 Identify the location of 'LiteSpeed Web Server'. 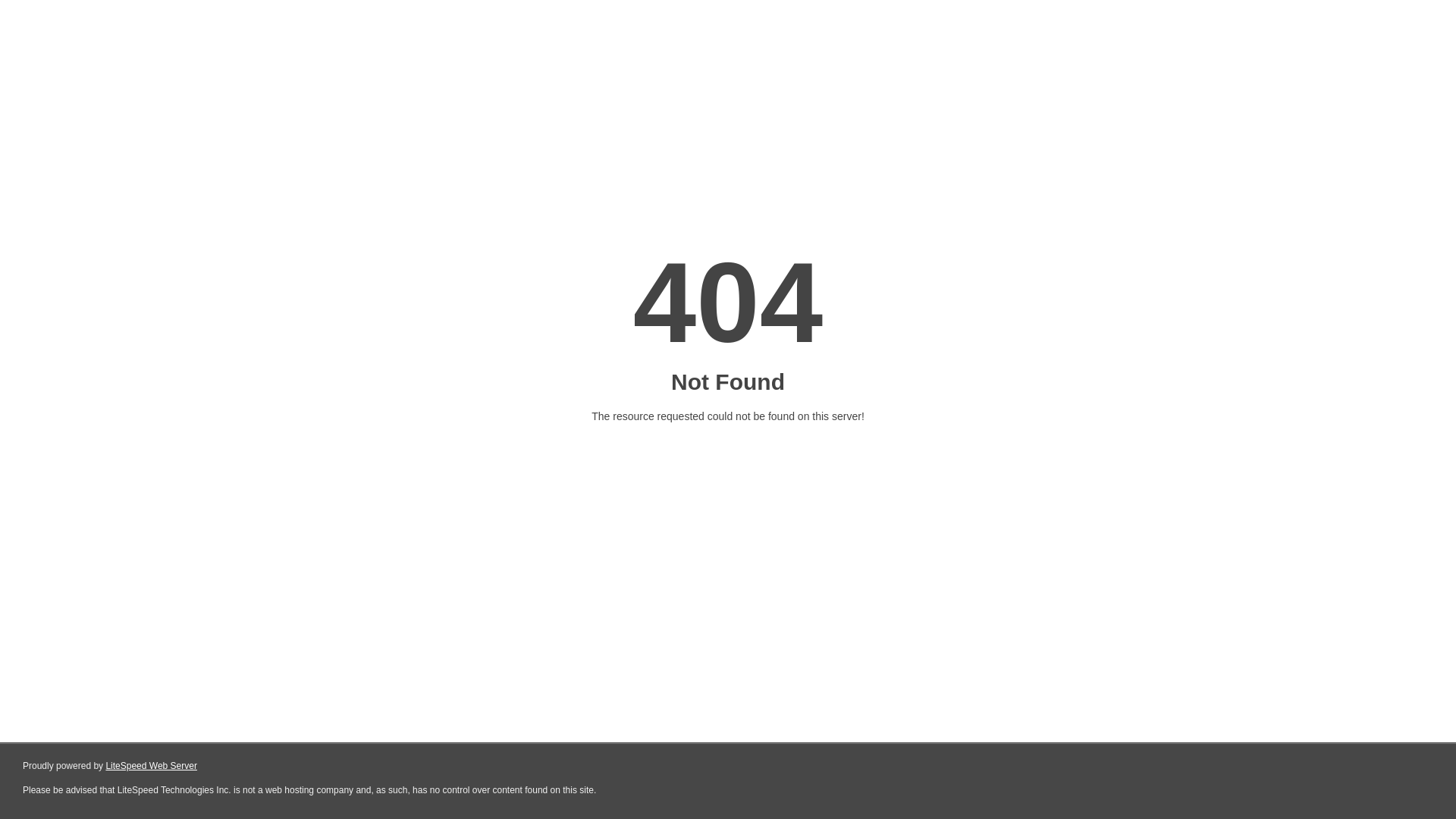
(151, 766).